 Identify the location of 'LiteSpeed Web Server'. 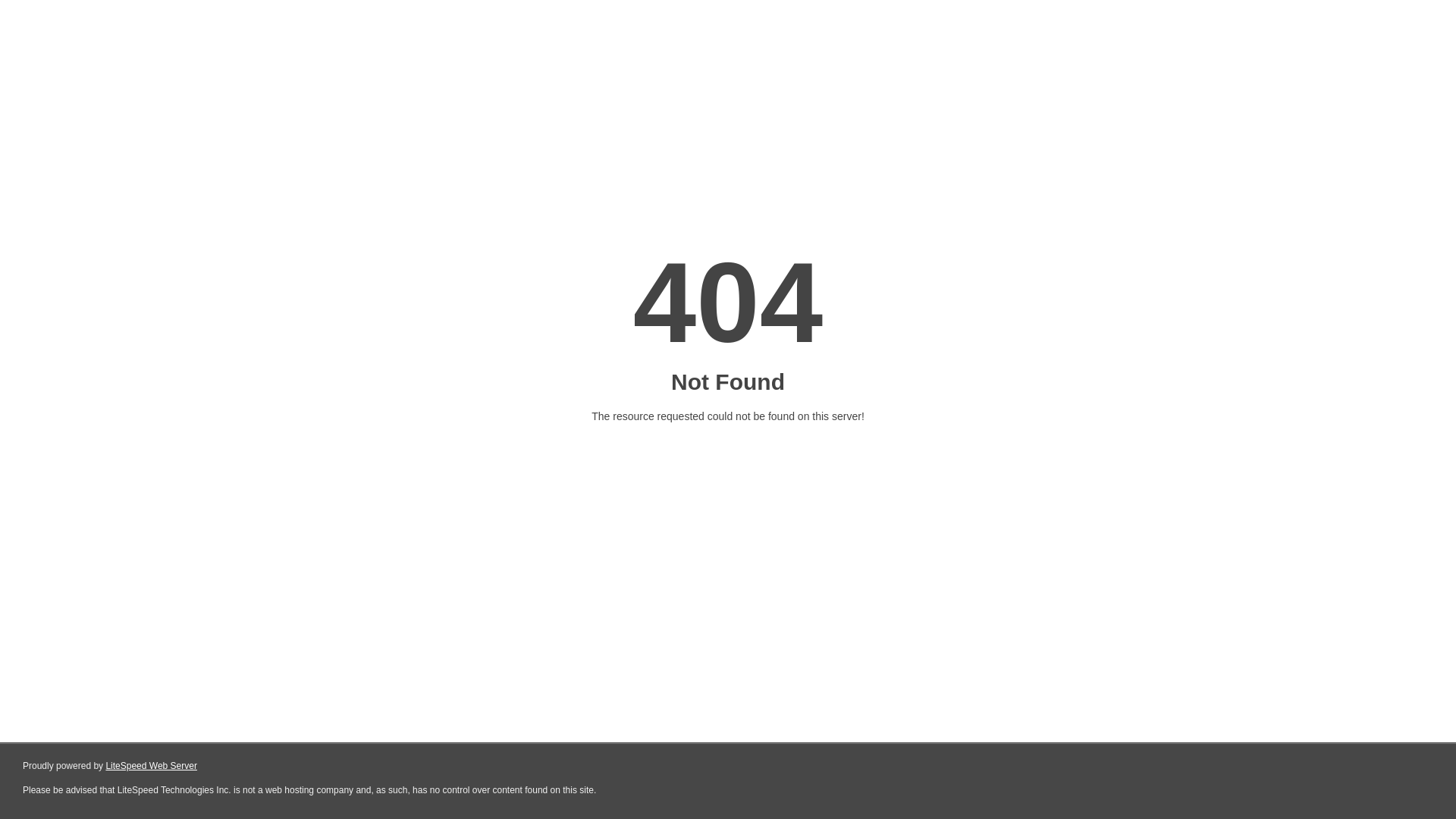
(151, 766).